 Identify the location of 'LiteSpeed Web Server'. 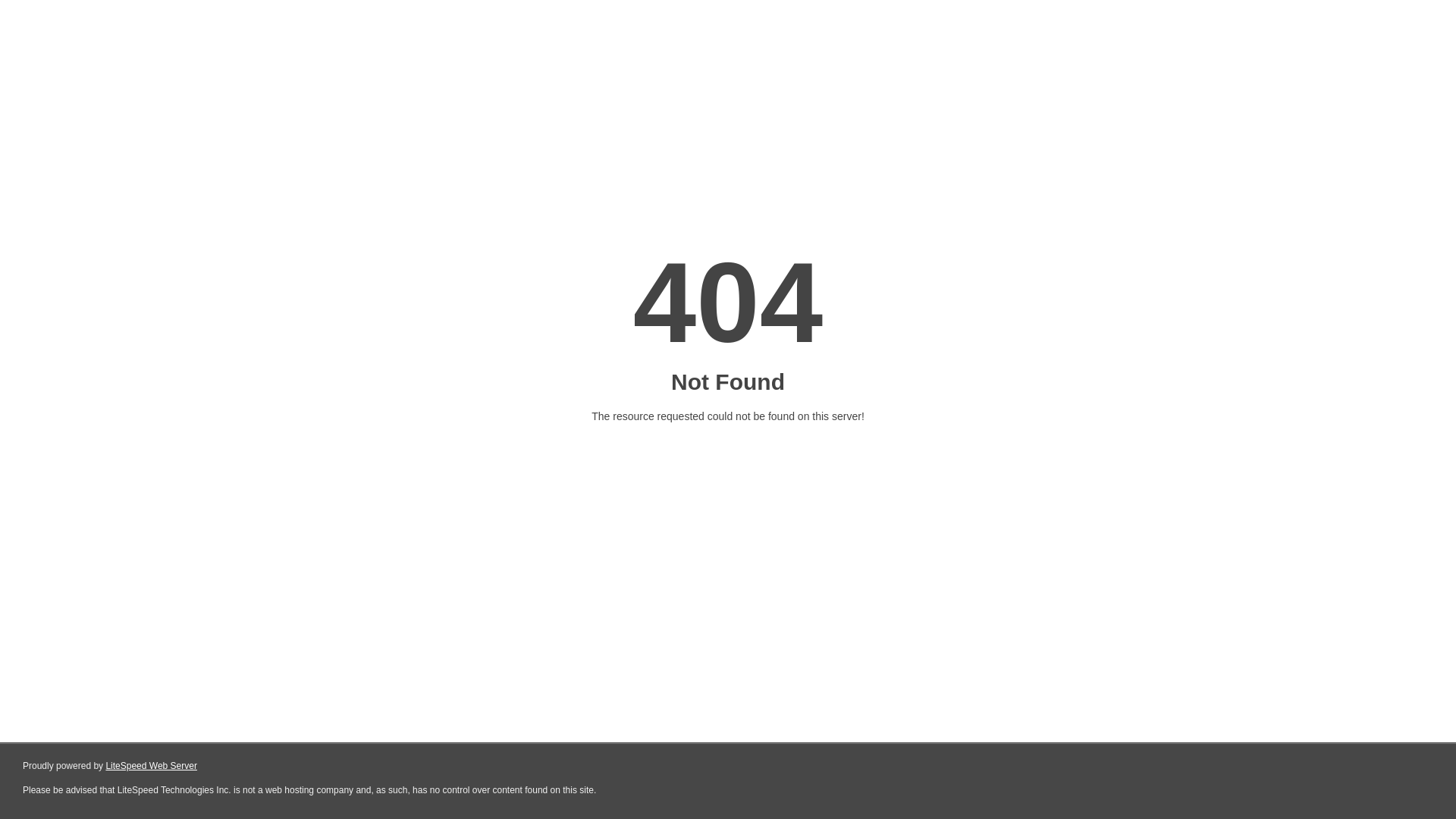
(151, 766).